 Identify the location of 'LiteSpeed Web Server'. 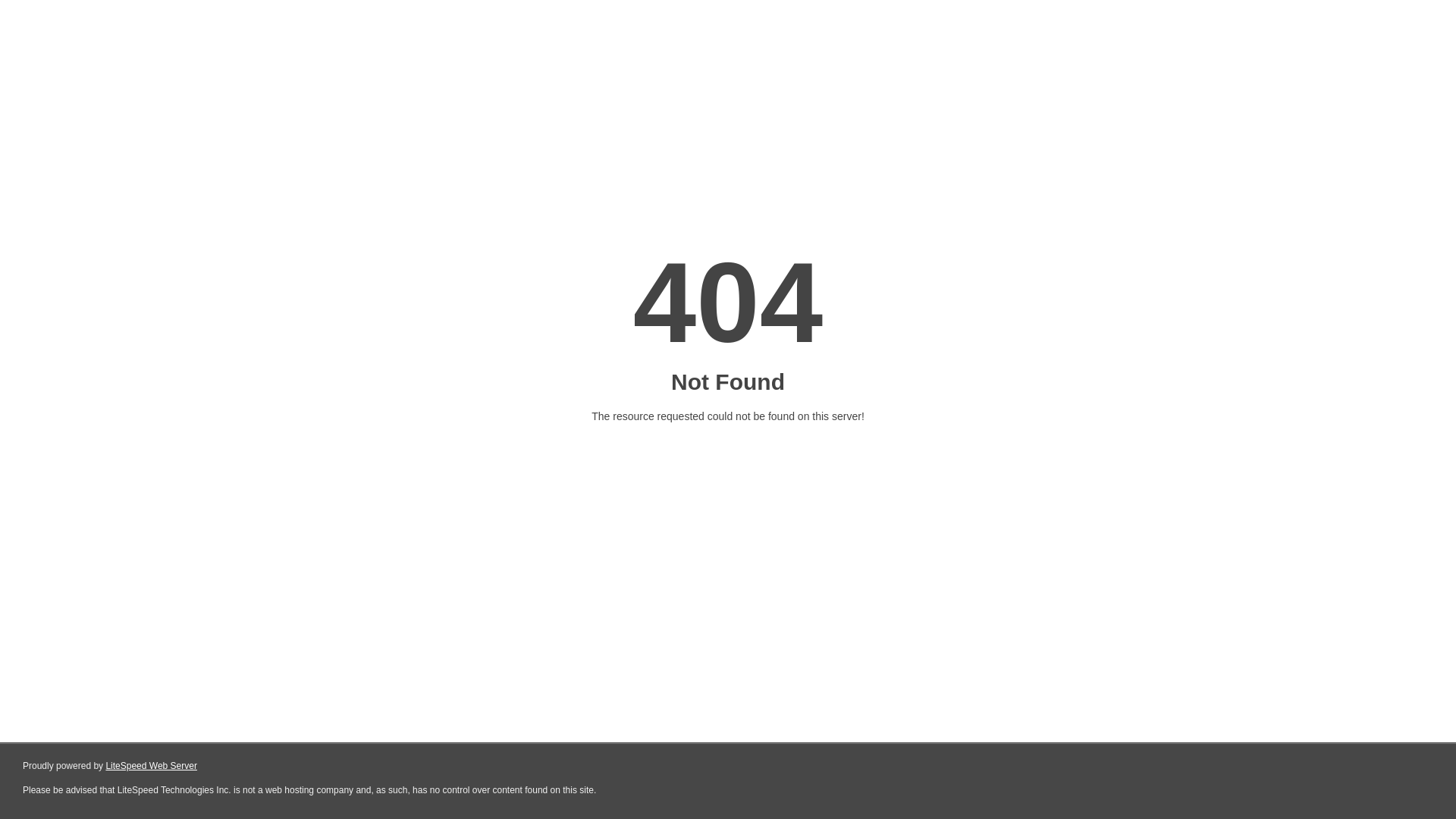
(151, 766).